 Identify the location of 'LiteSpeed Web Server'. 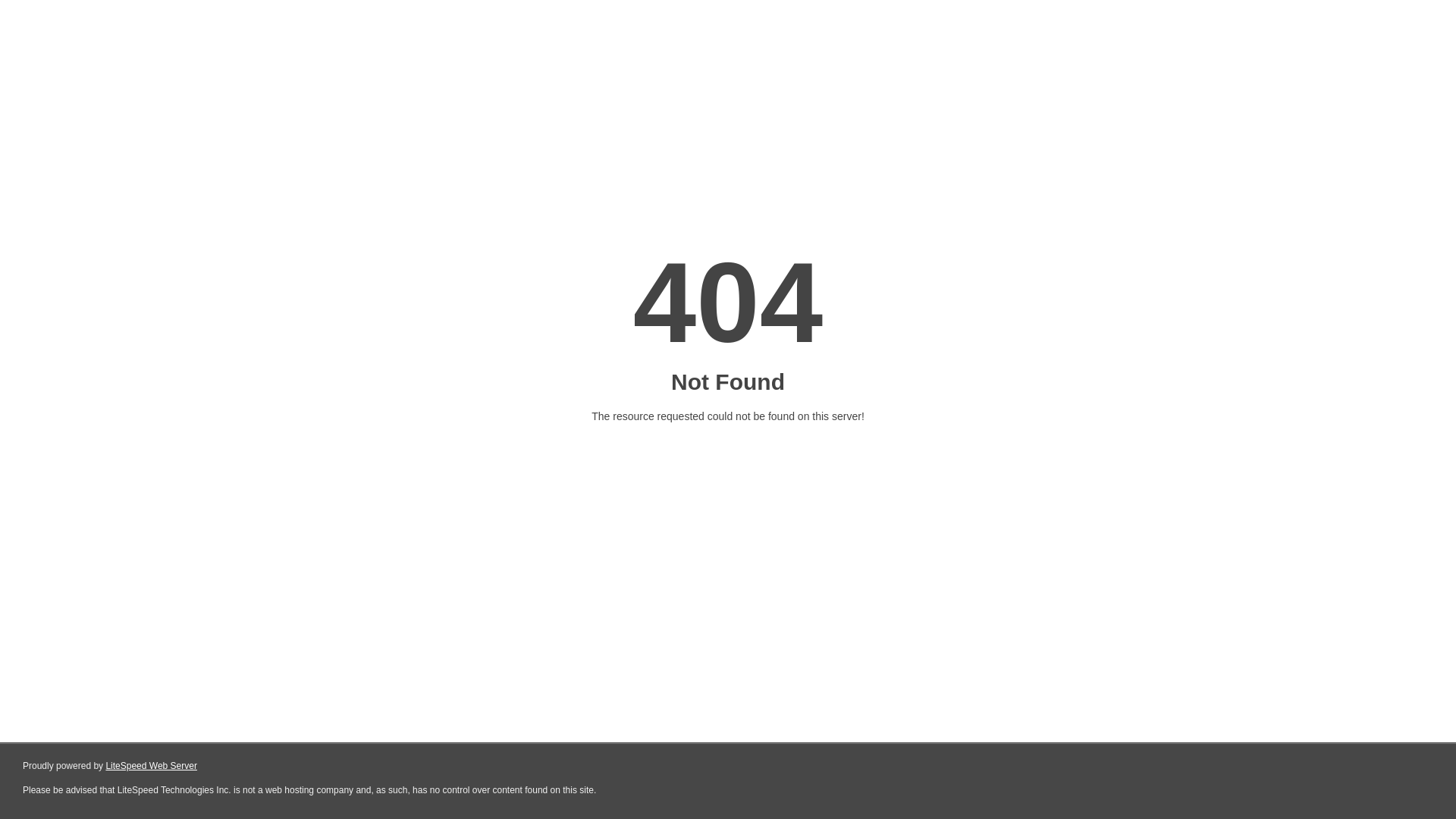
(151, 766).